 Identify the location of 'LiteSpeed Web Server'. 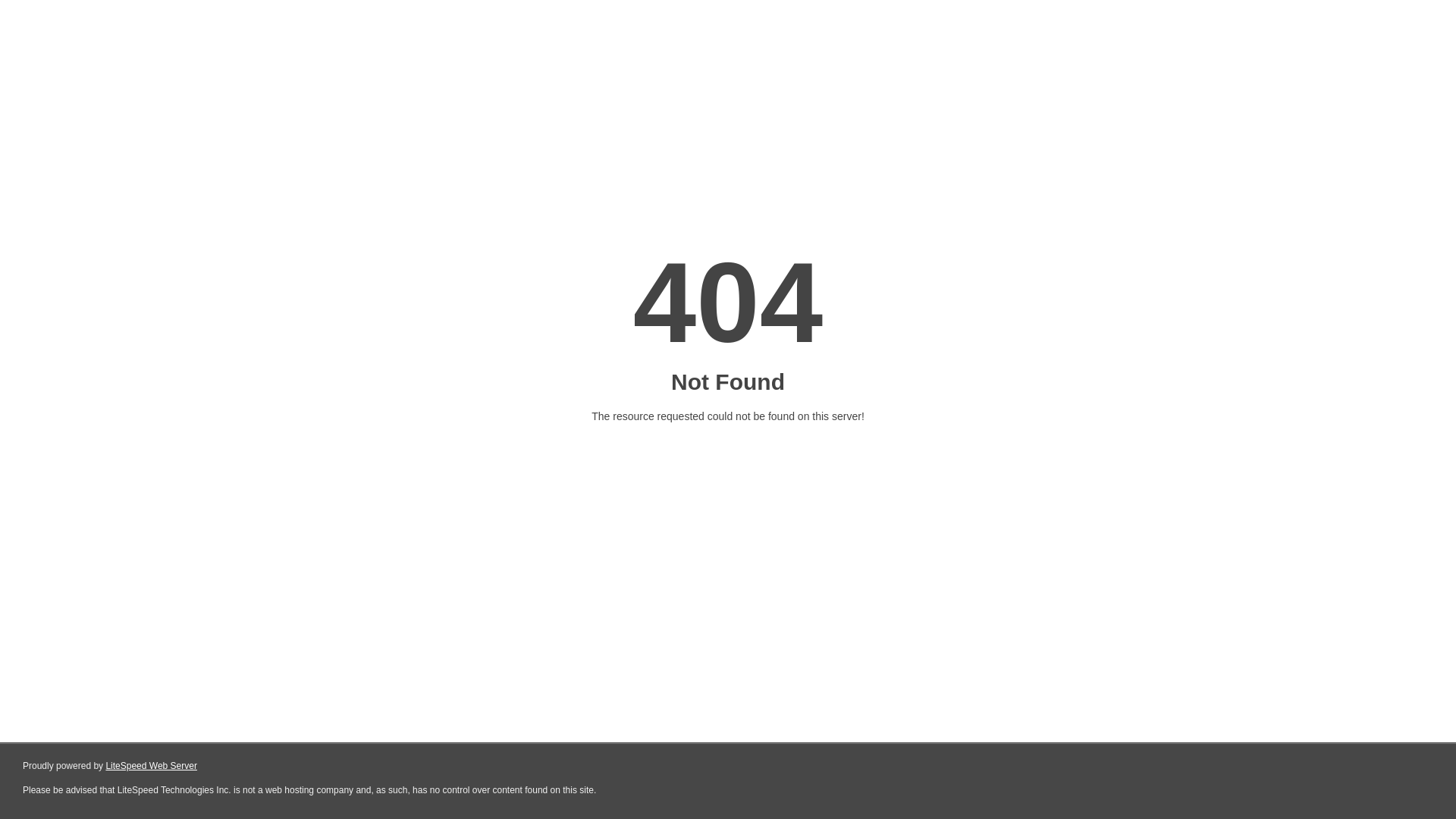
(151, 766).